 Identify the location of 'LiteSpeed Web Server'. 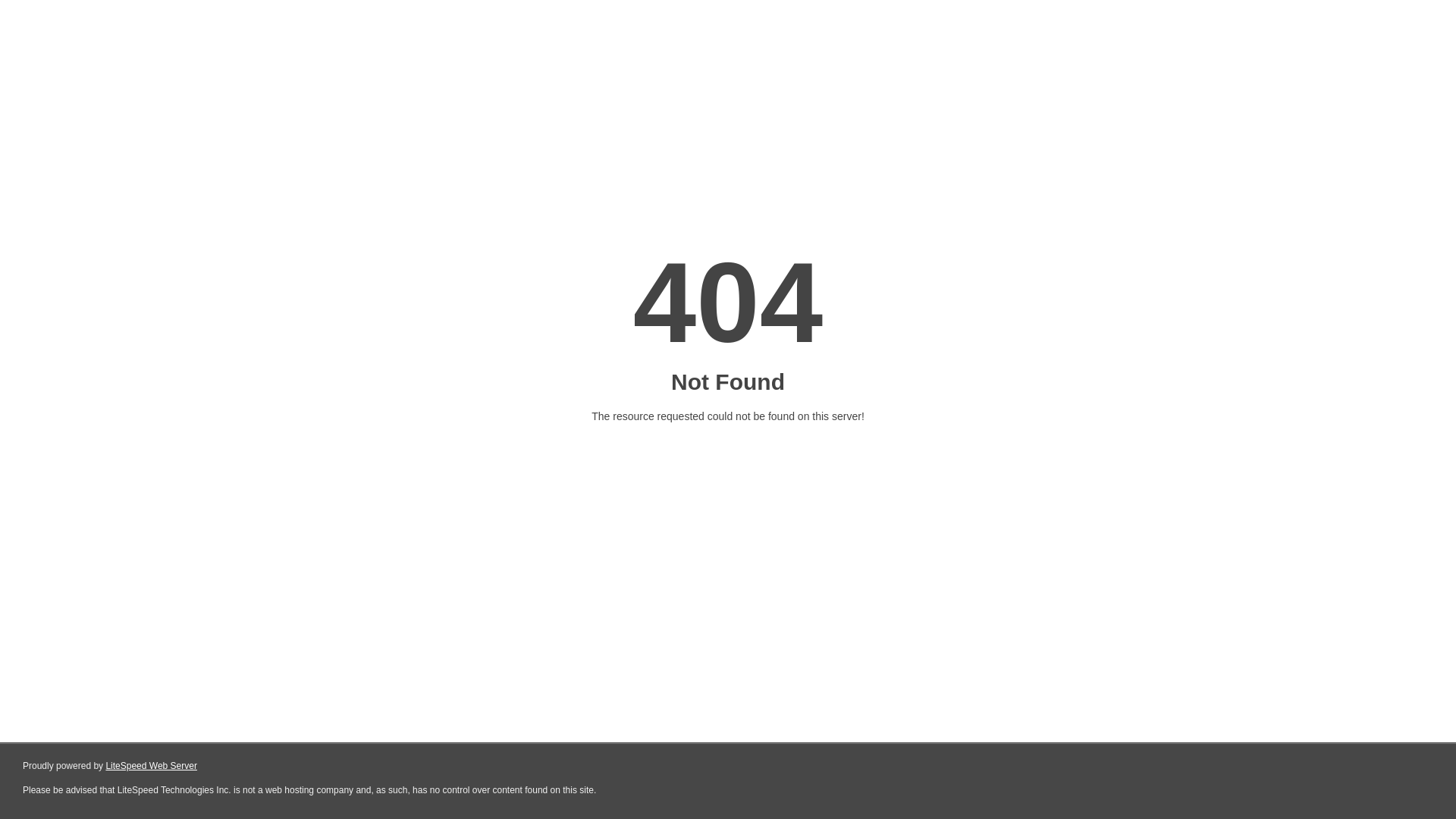
(151, 766).